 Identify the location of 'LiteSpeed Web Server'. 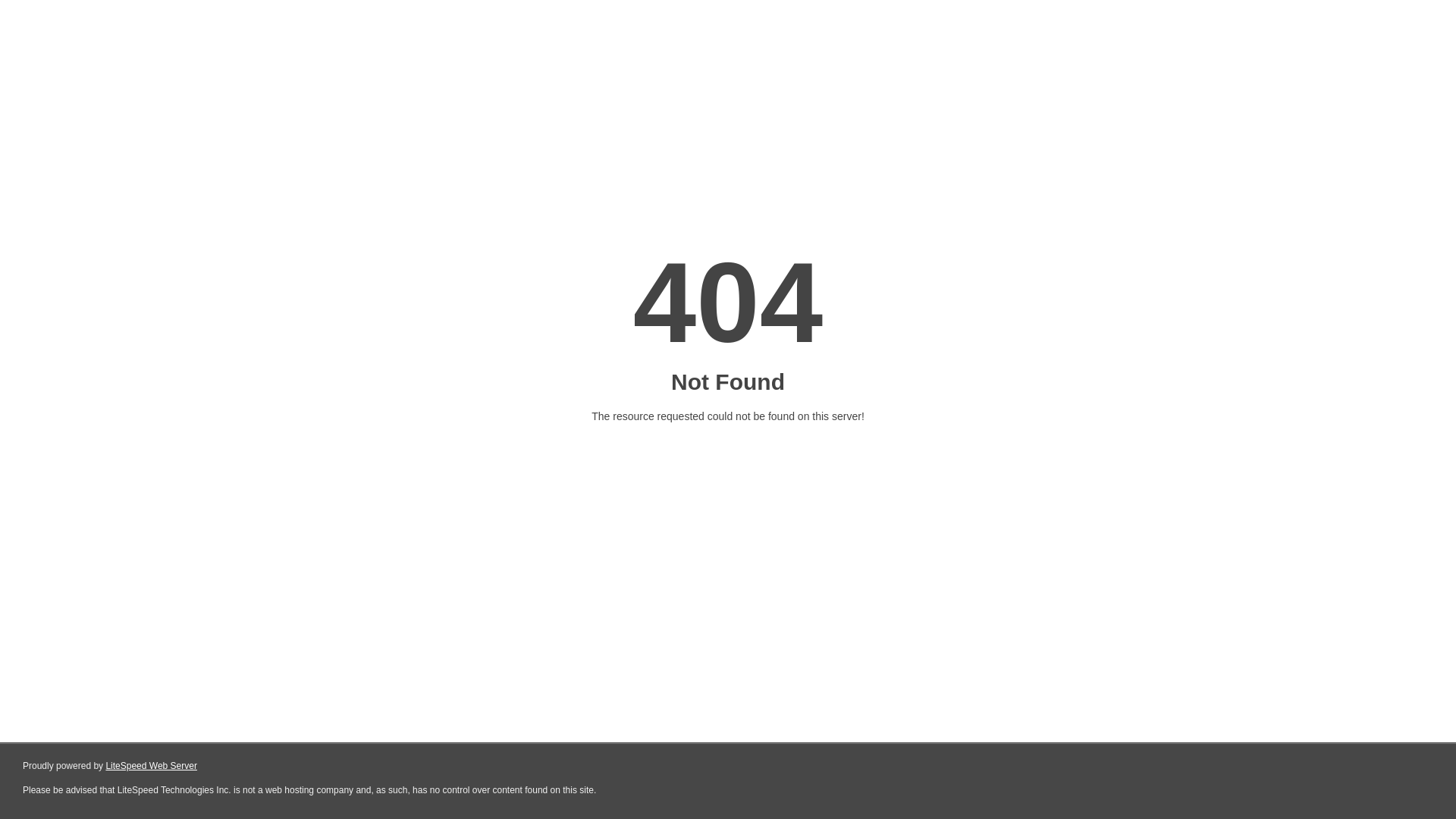
(151, 766).